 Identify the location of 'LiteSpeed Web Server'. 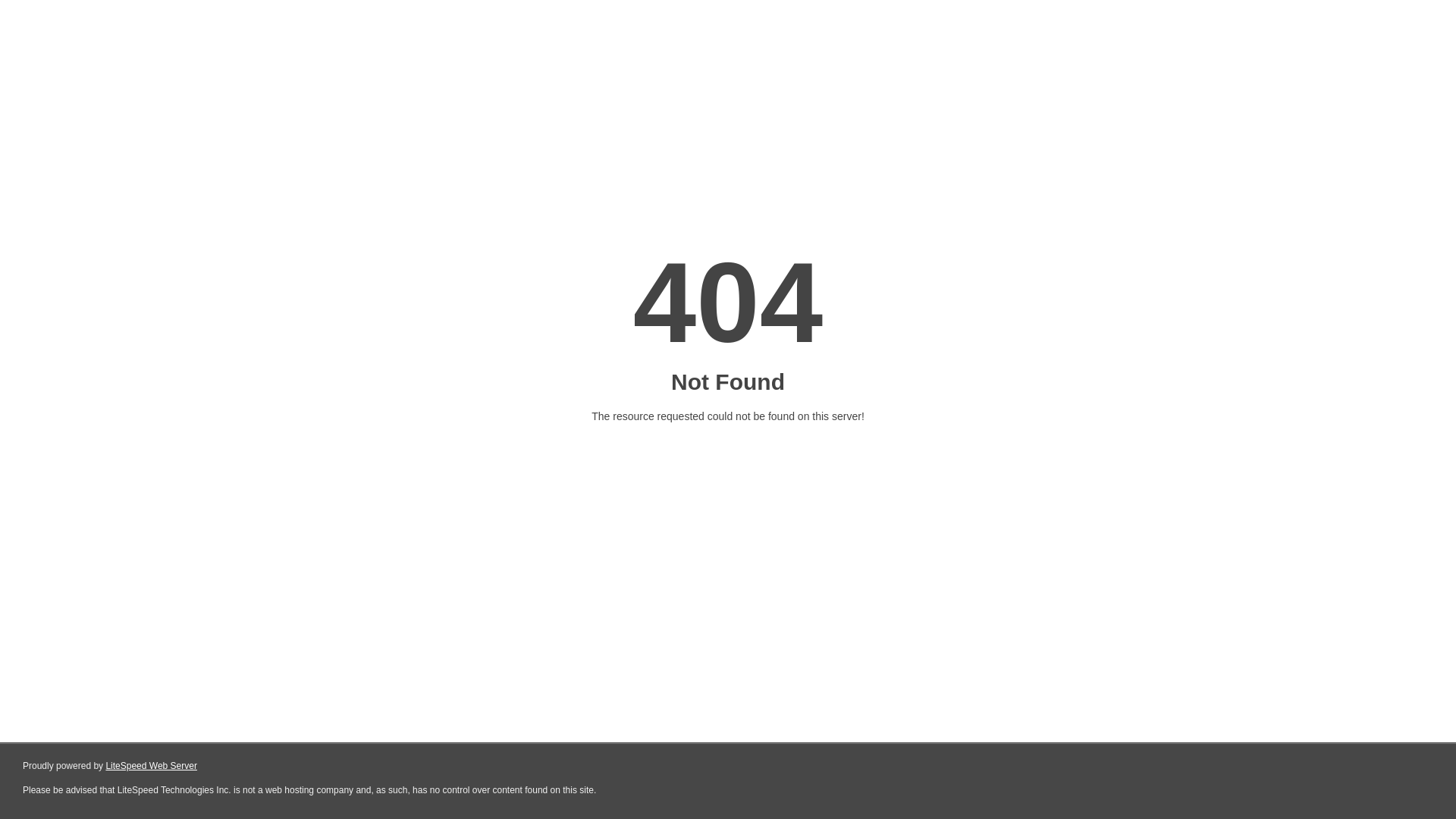
(151, 766).